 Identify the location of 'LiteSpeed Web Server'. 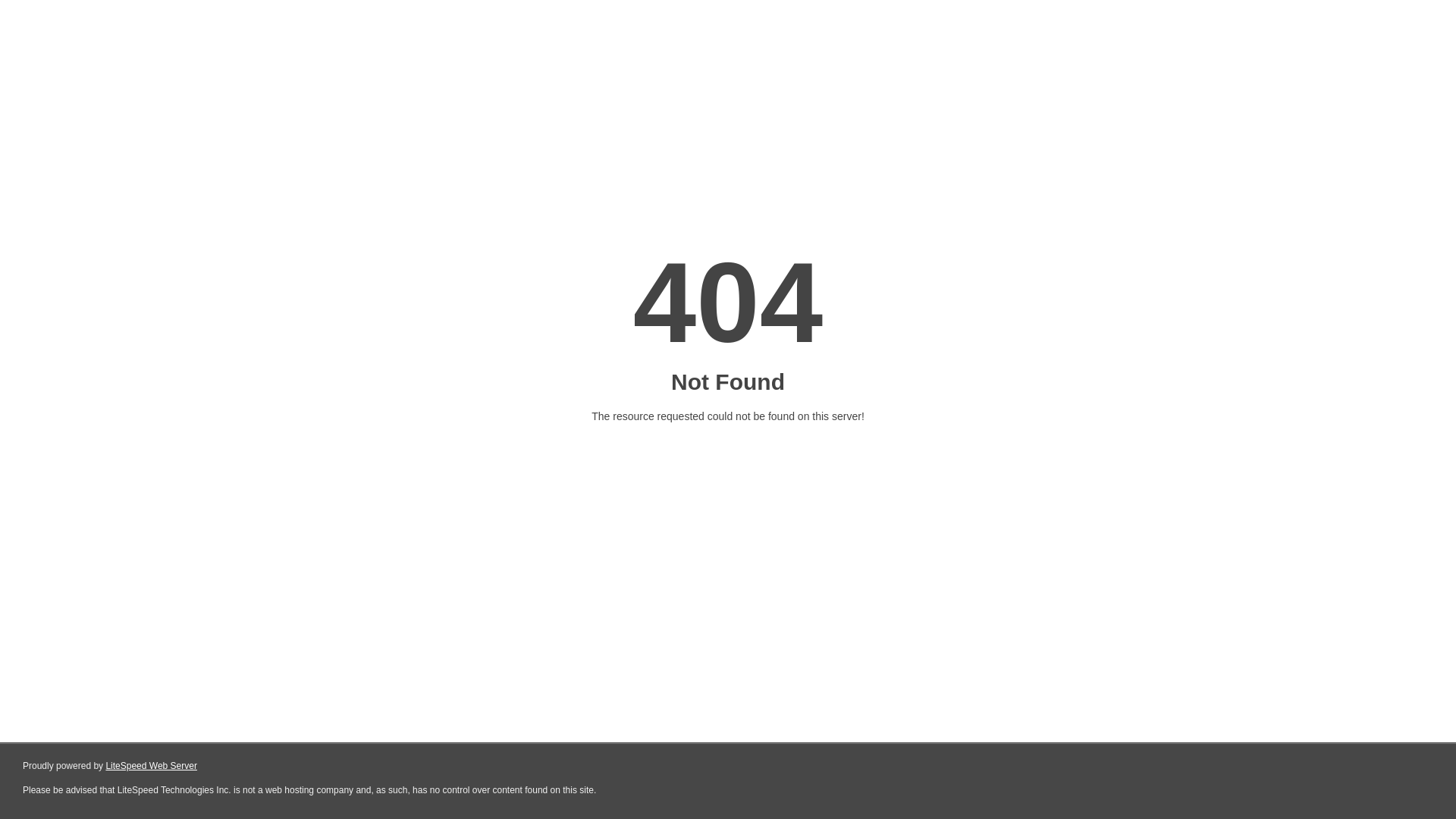
(151, 766).